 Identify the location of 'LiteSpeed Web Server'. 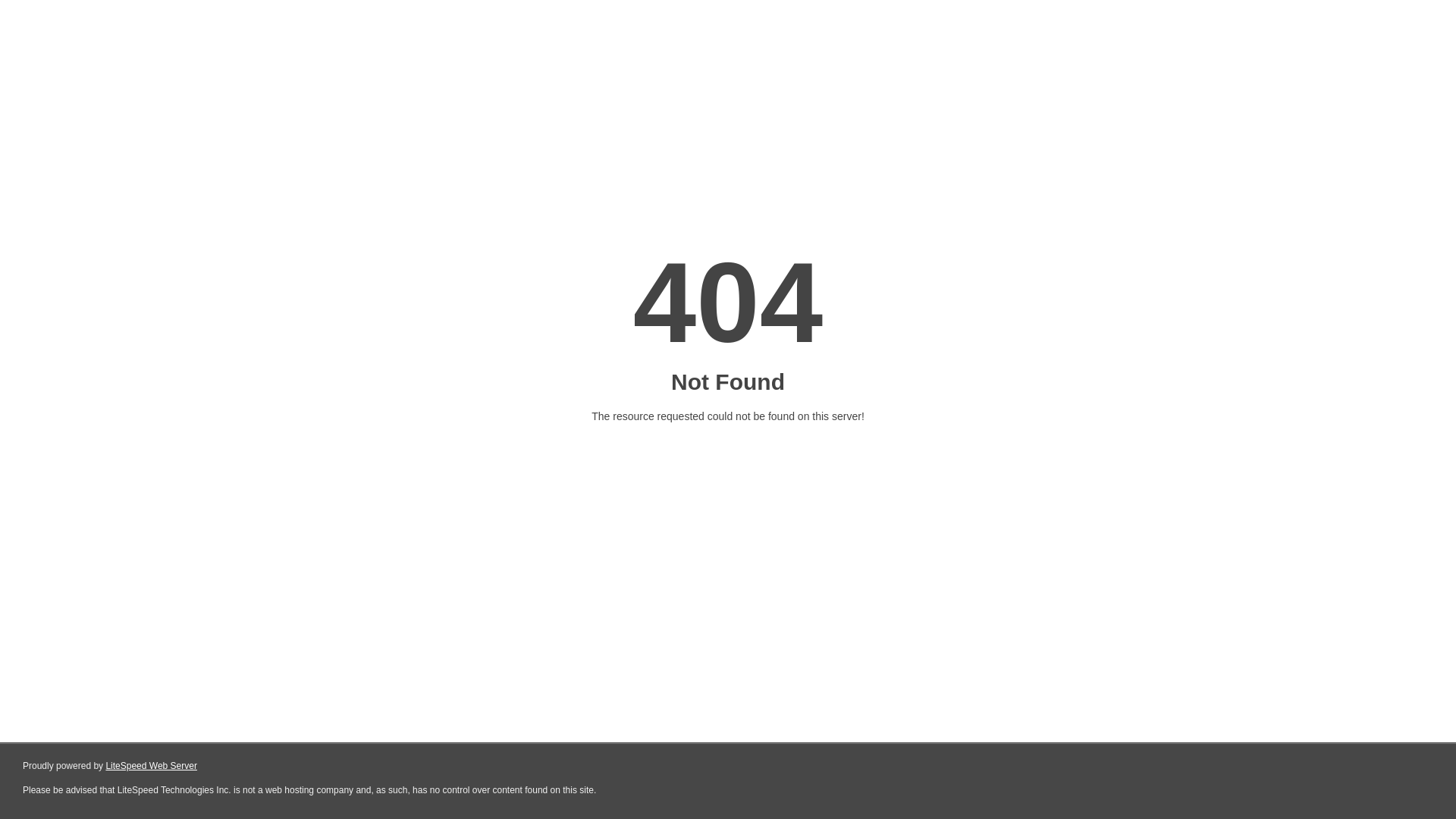
(151, 766).